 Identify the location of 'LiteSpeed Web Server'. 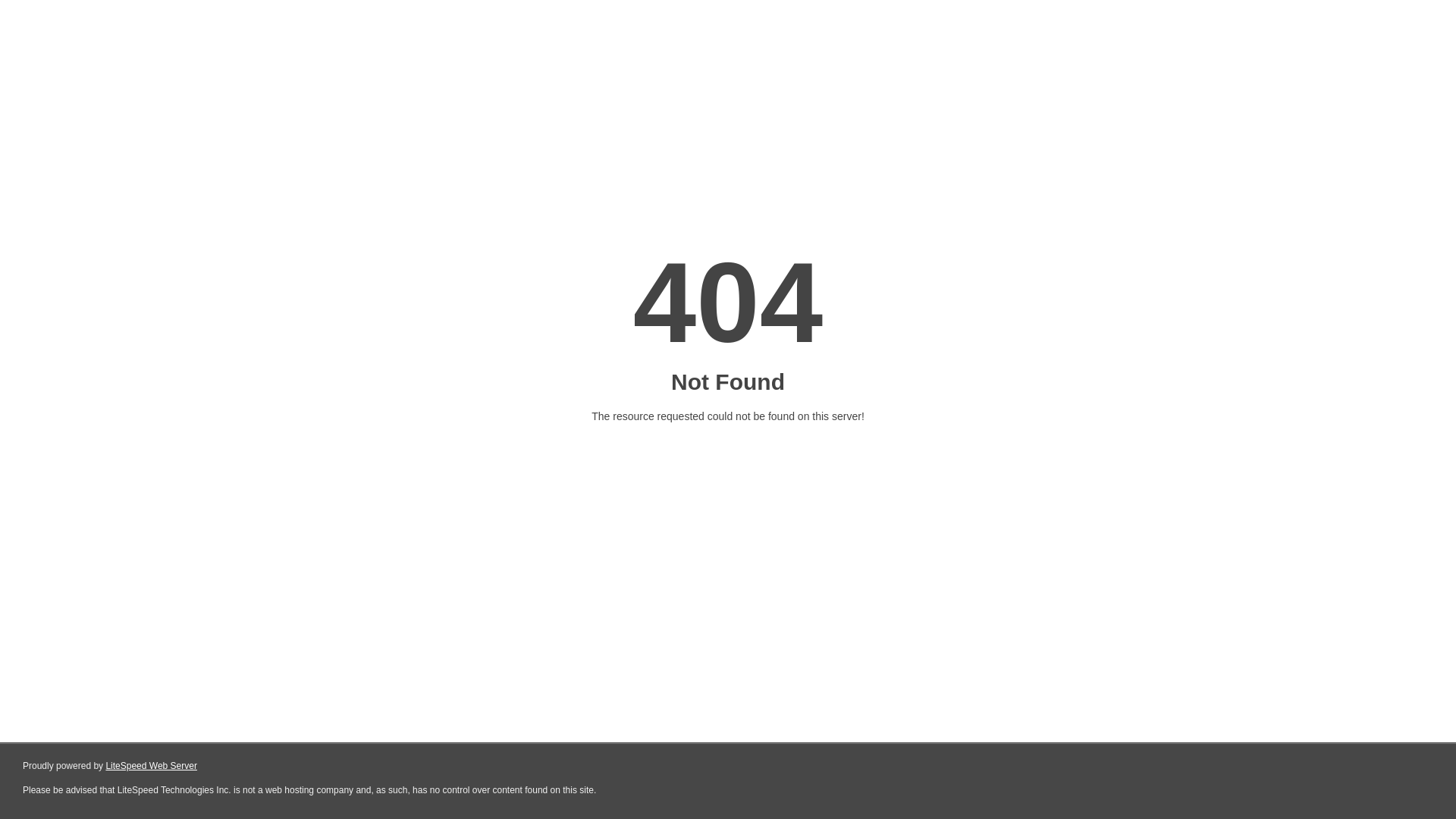
(151, 766).